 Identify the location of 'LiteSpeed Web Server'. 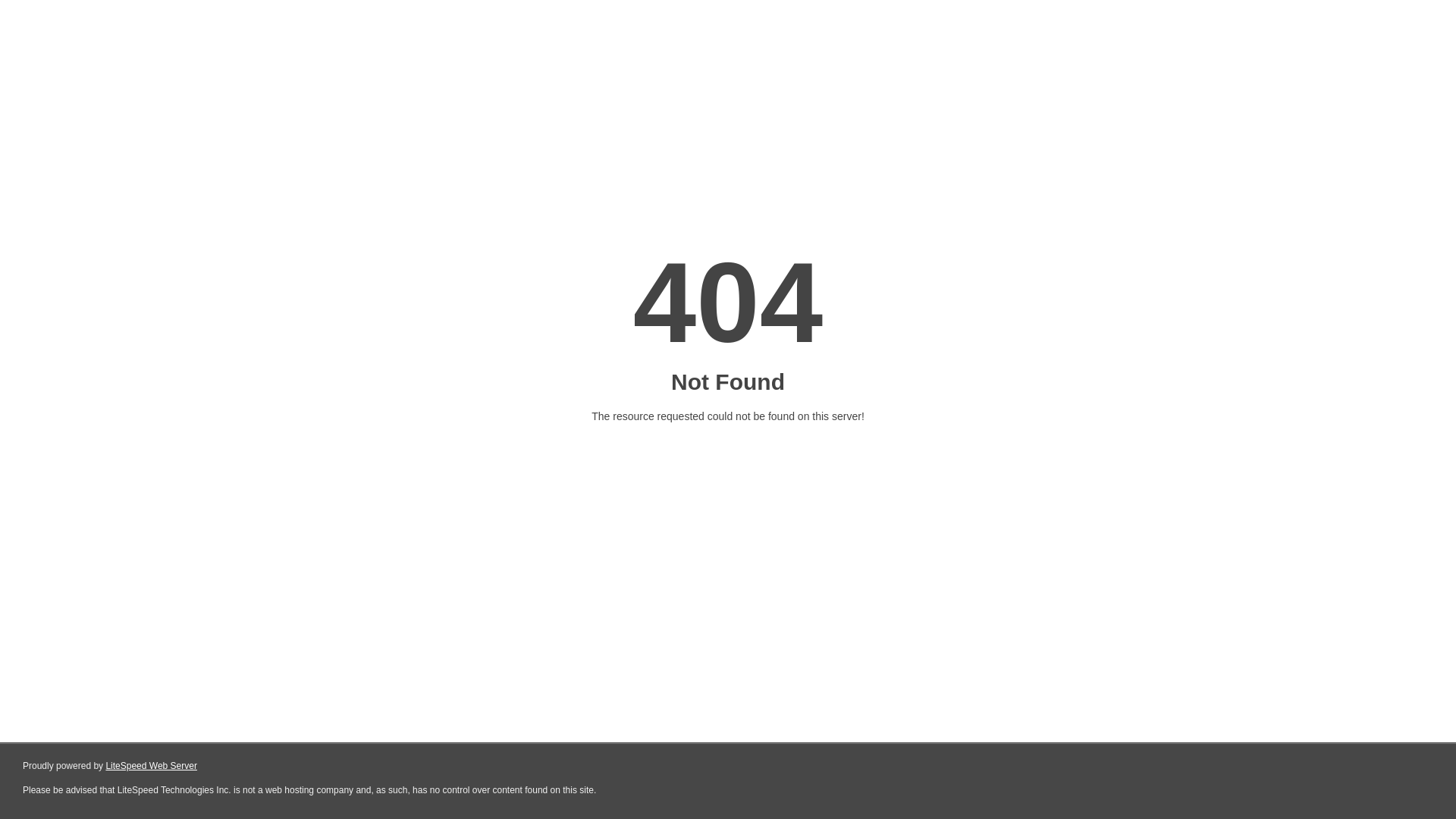
(151, 766).